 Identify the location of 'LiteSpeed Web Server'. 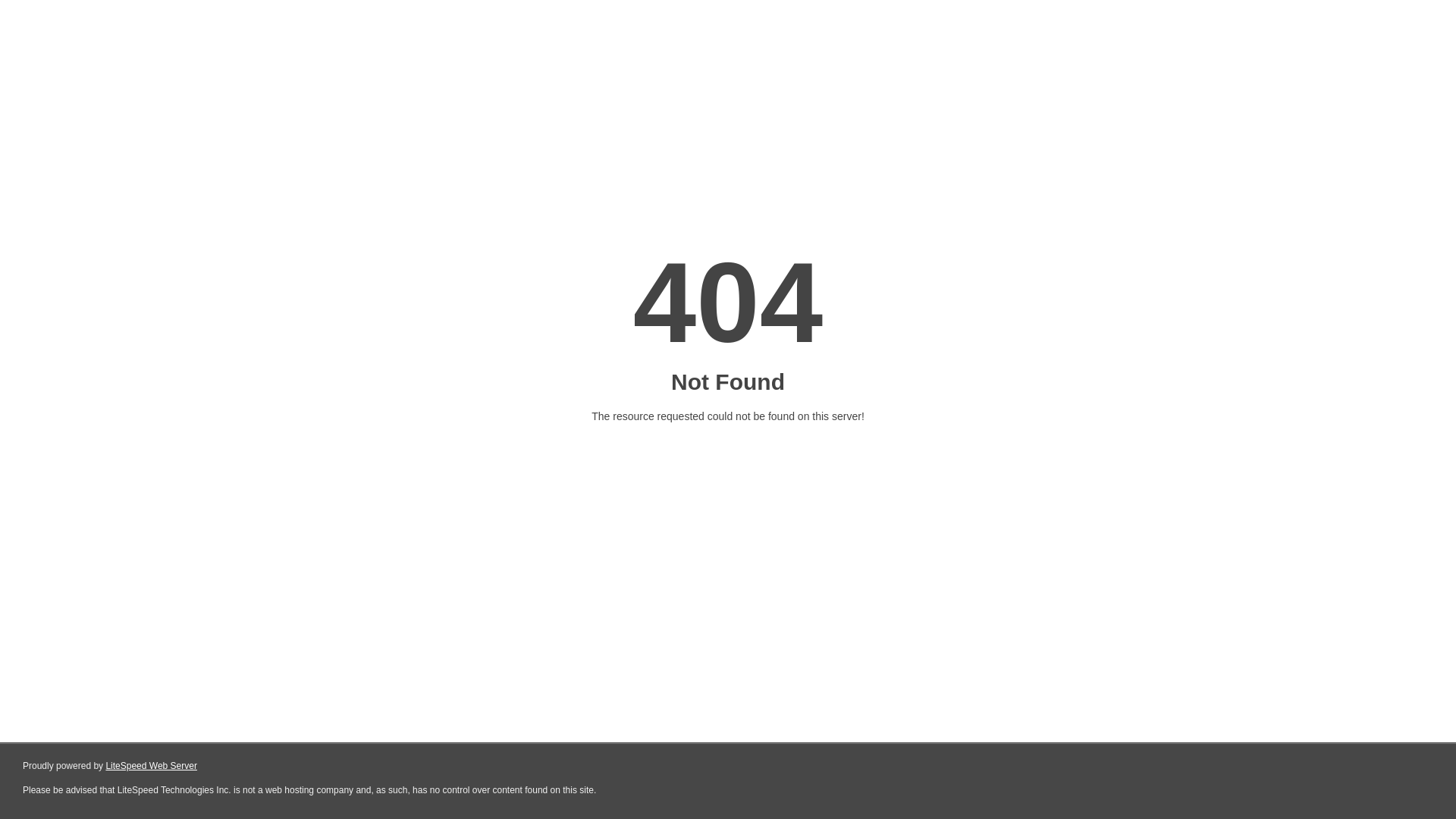
(151, 766).